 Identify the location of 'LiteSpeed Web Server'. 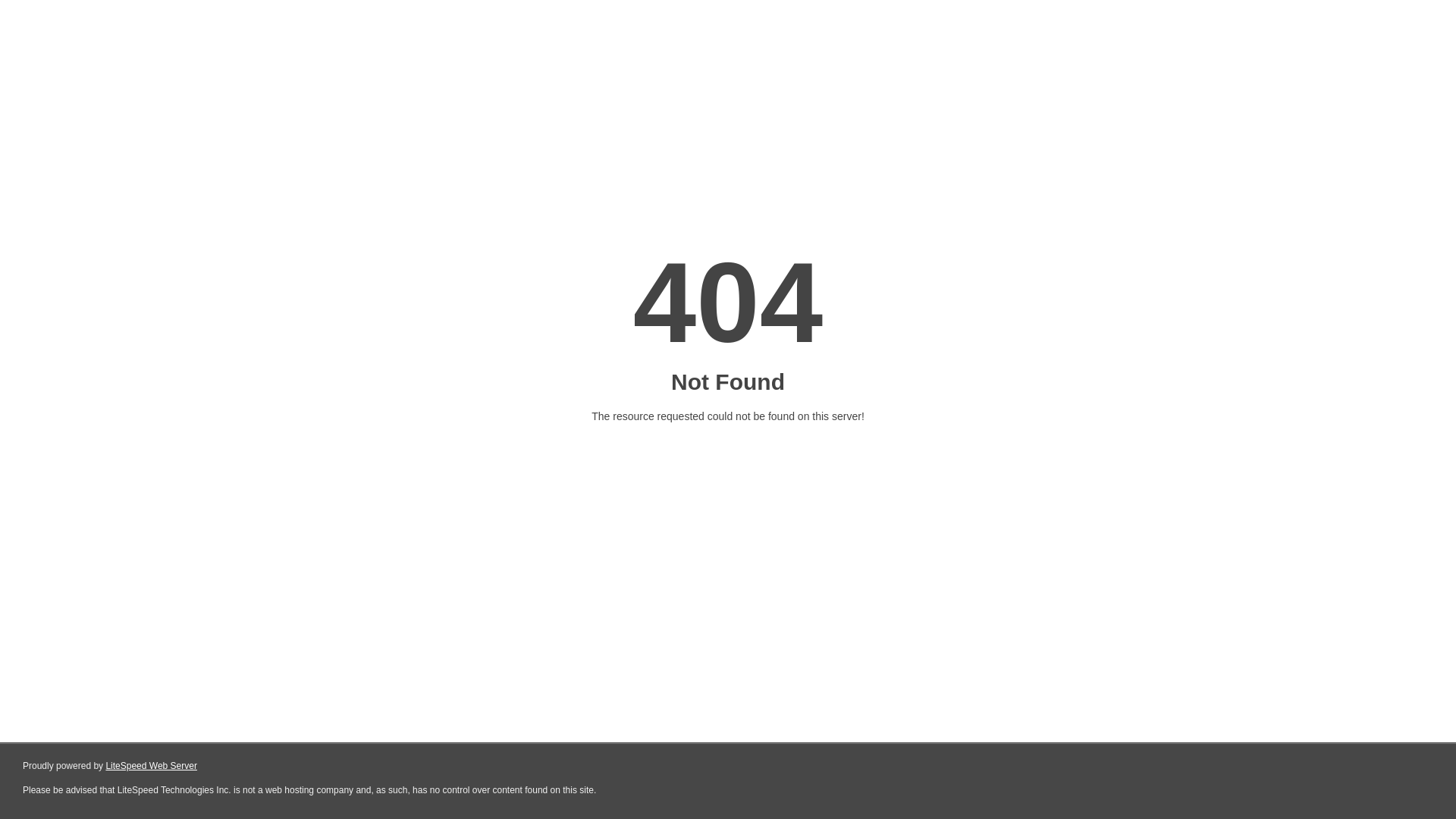
(151, 766).